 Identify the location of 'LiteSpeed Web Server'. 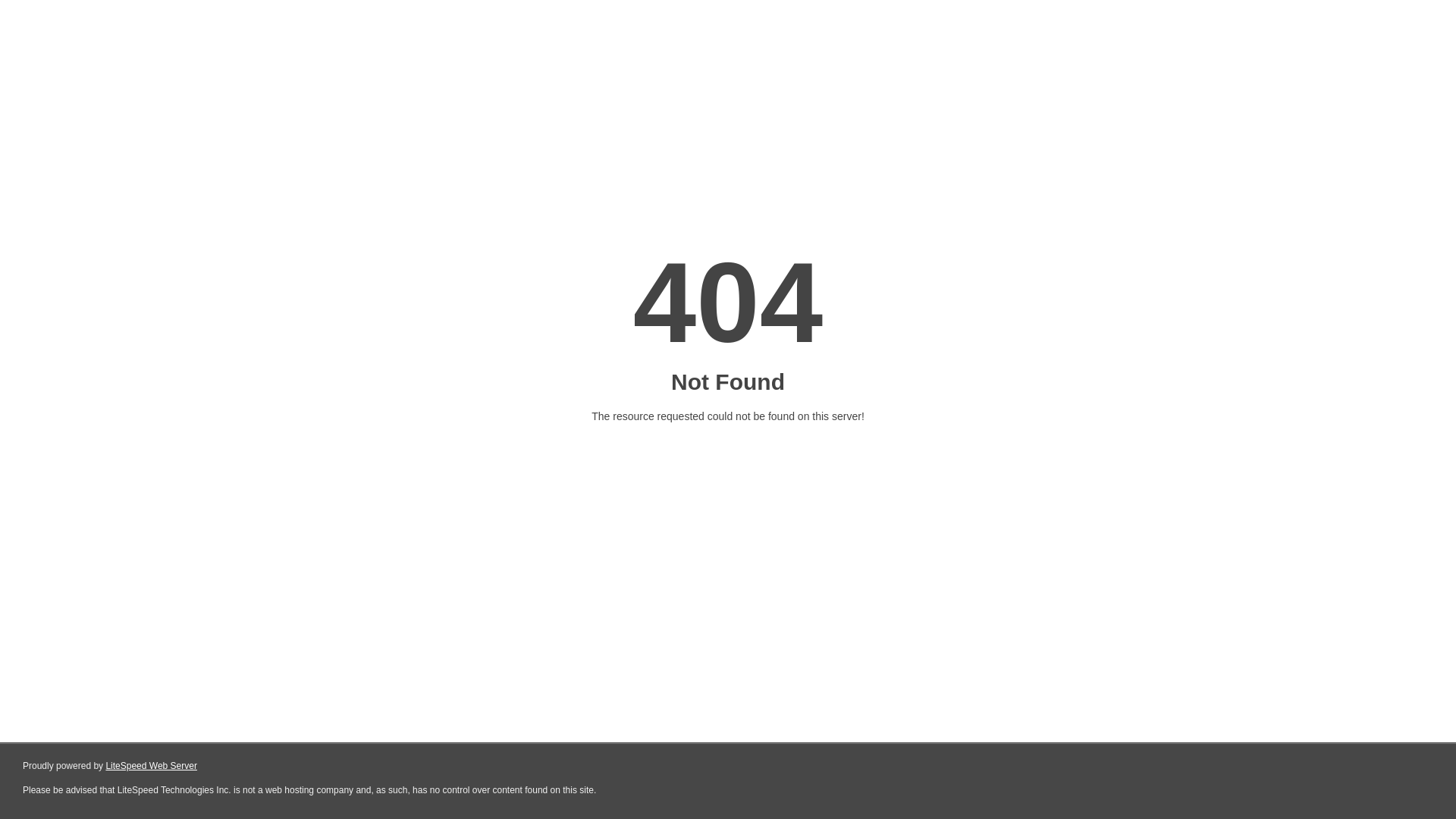
(151, 766).